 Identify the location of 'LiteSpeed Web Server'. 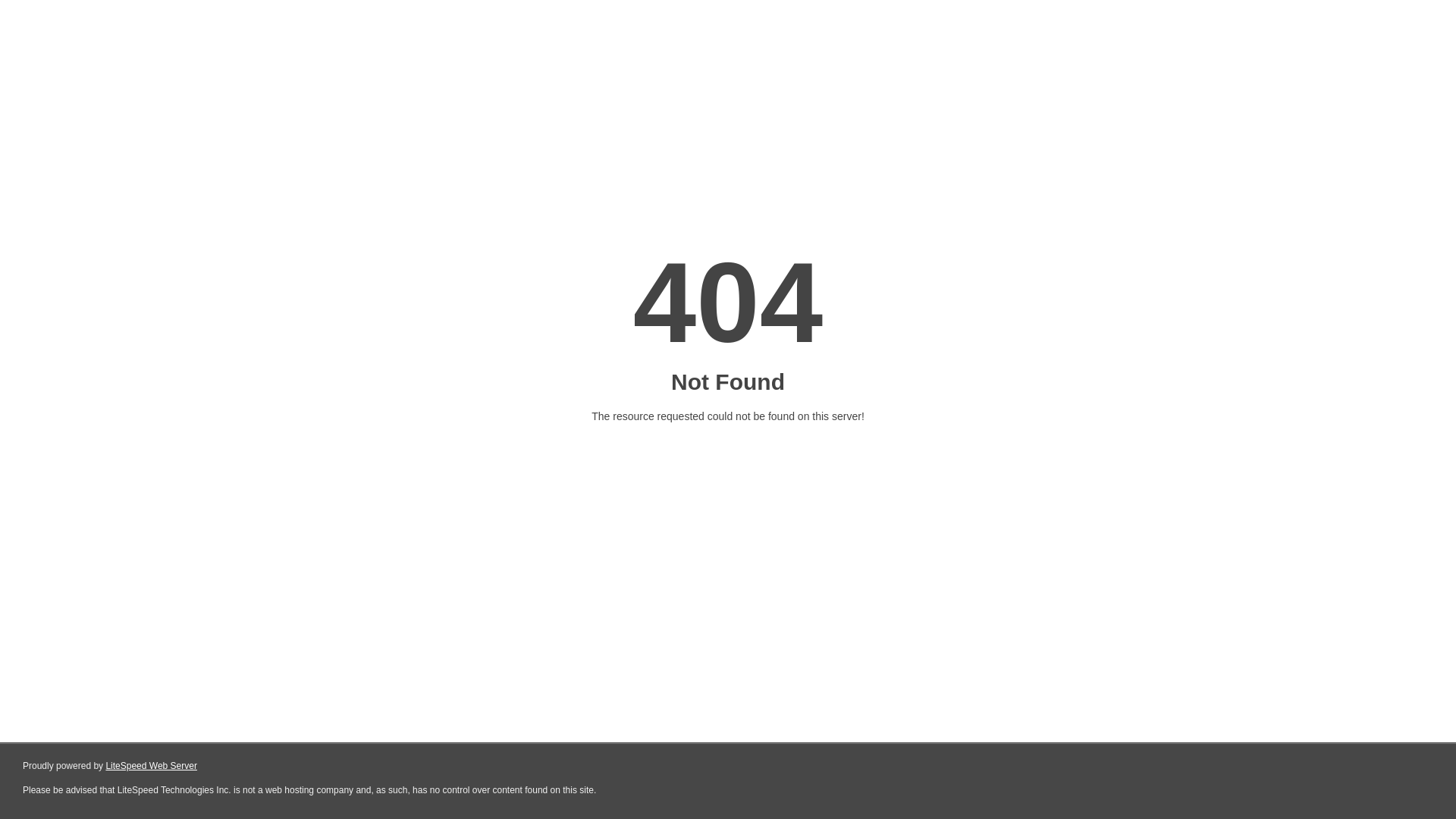
(151, 766).